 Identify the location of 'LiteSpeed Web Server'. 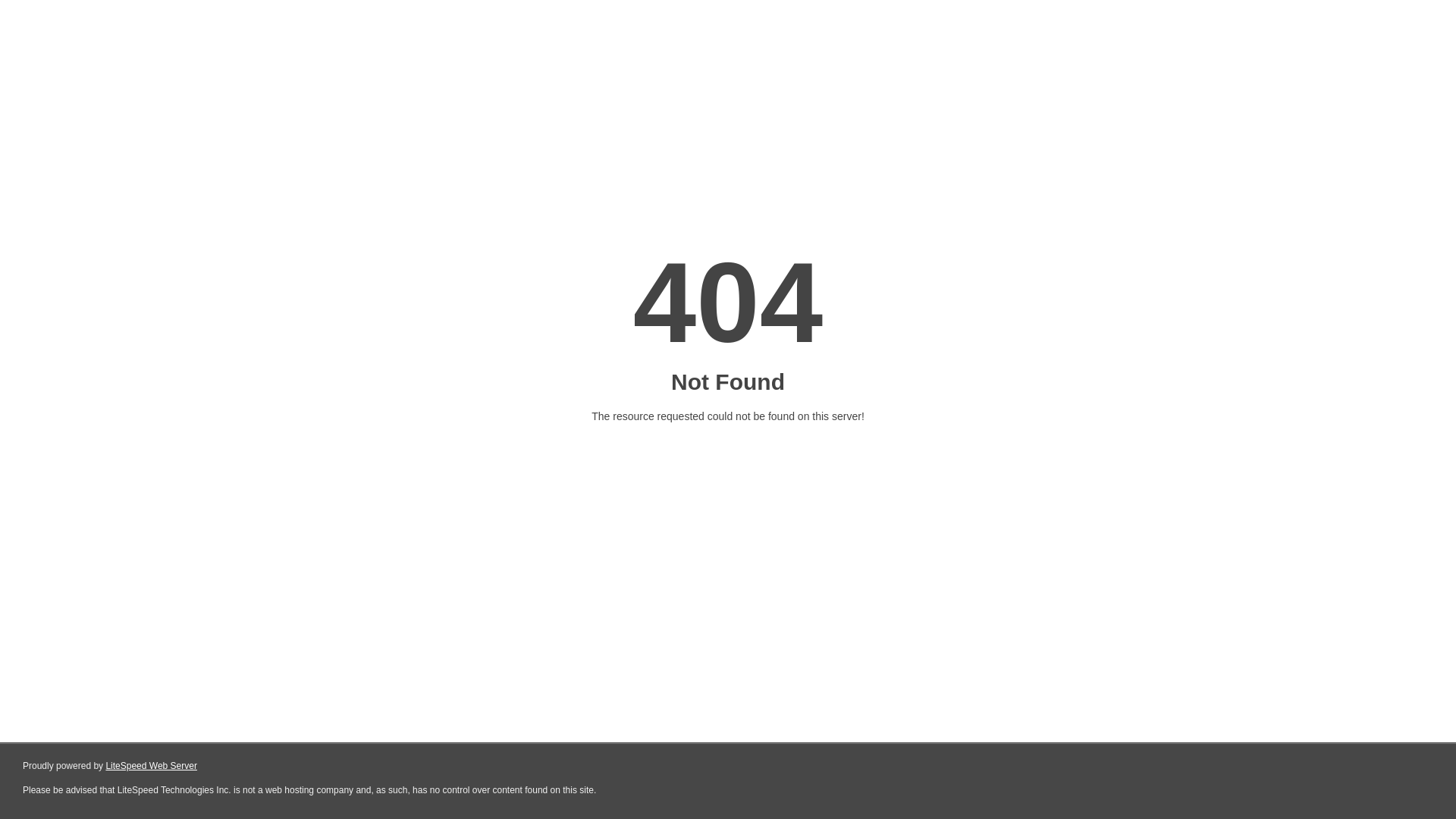
(151, 766).